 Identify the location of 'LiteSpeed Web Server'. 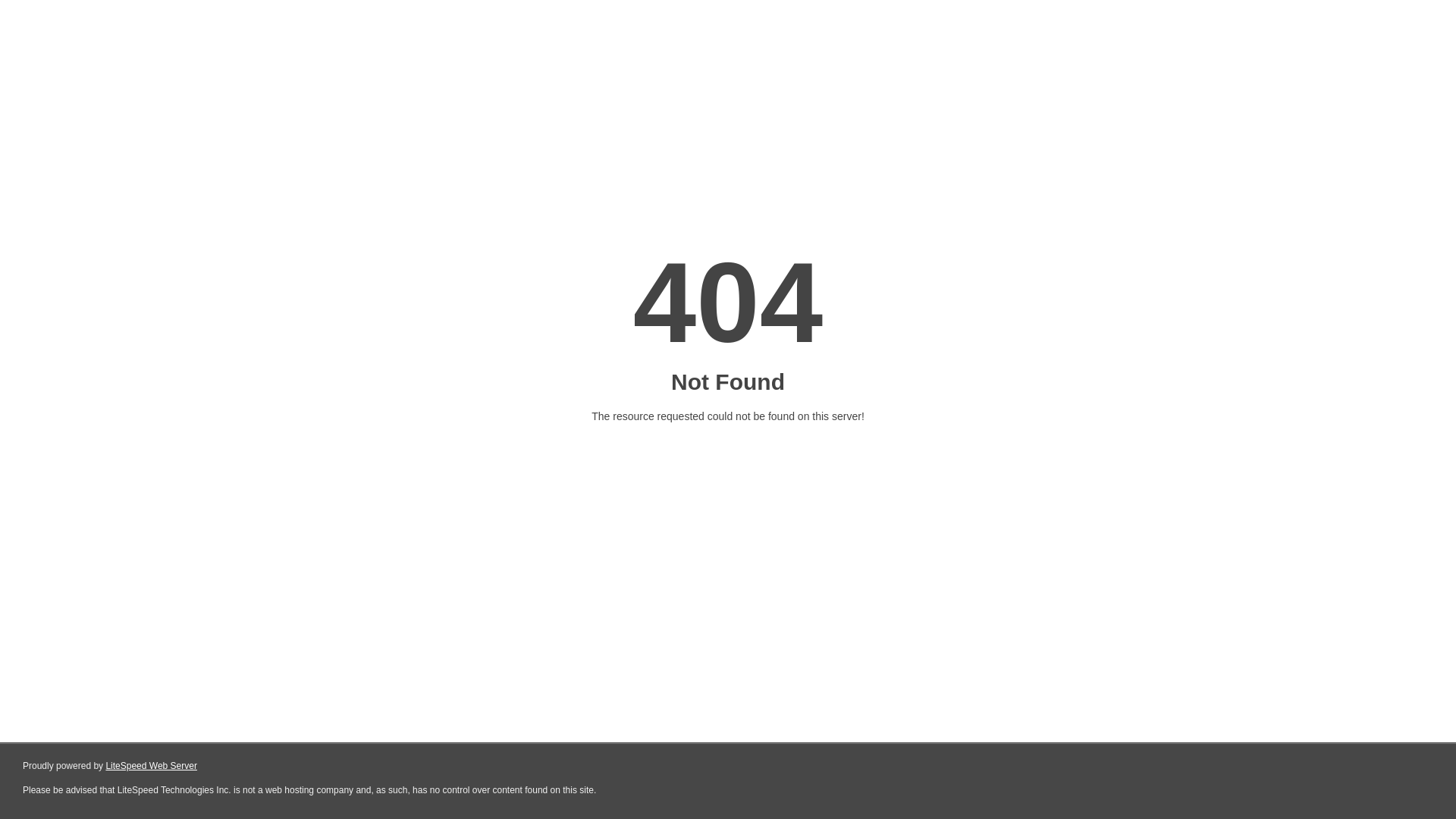
(151, 766).